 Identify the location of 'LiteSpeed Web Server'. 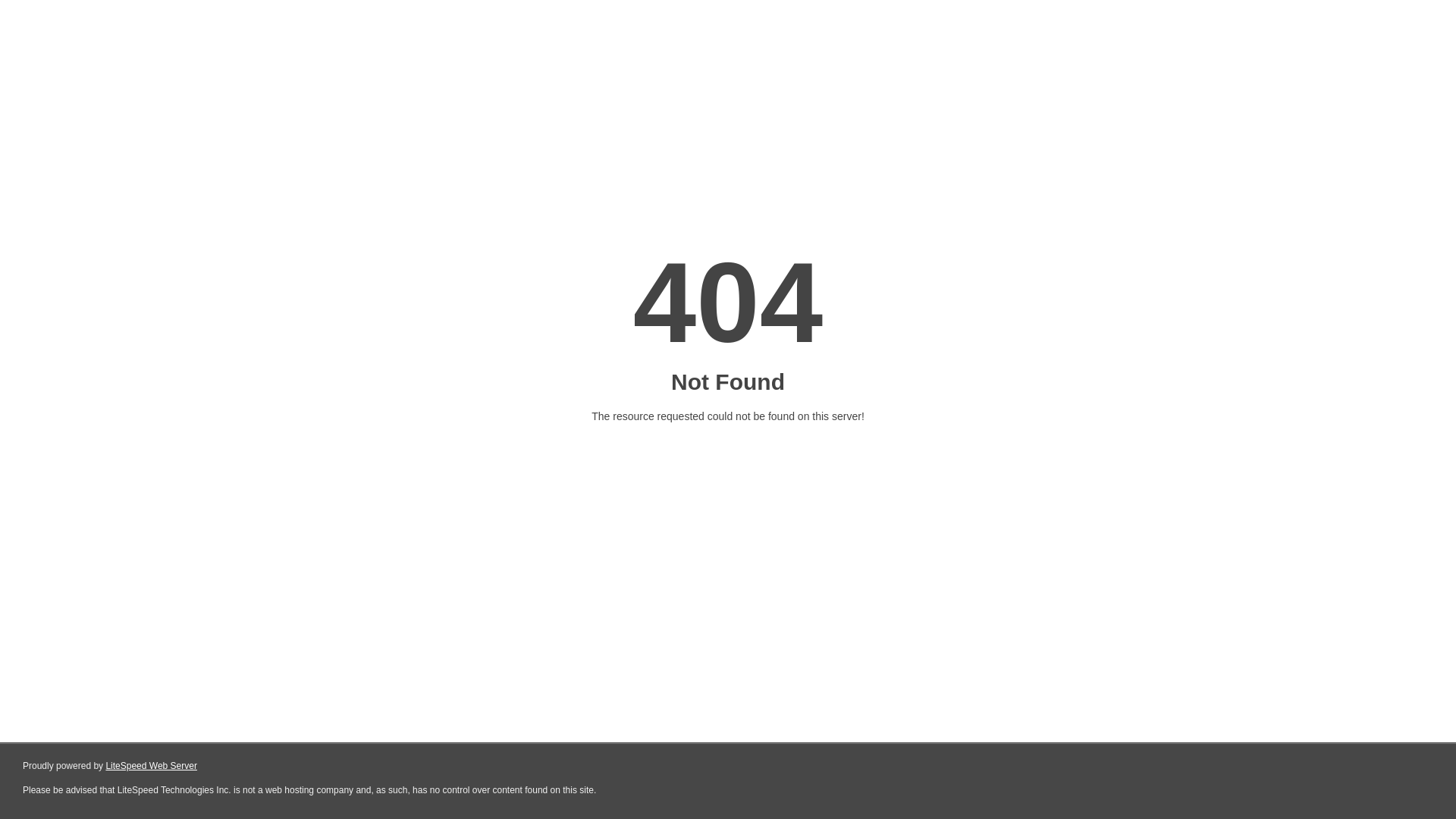
(151, 766).